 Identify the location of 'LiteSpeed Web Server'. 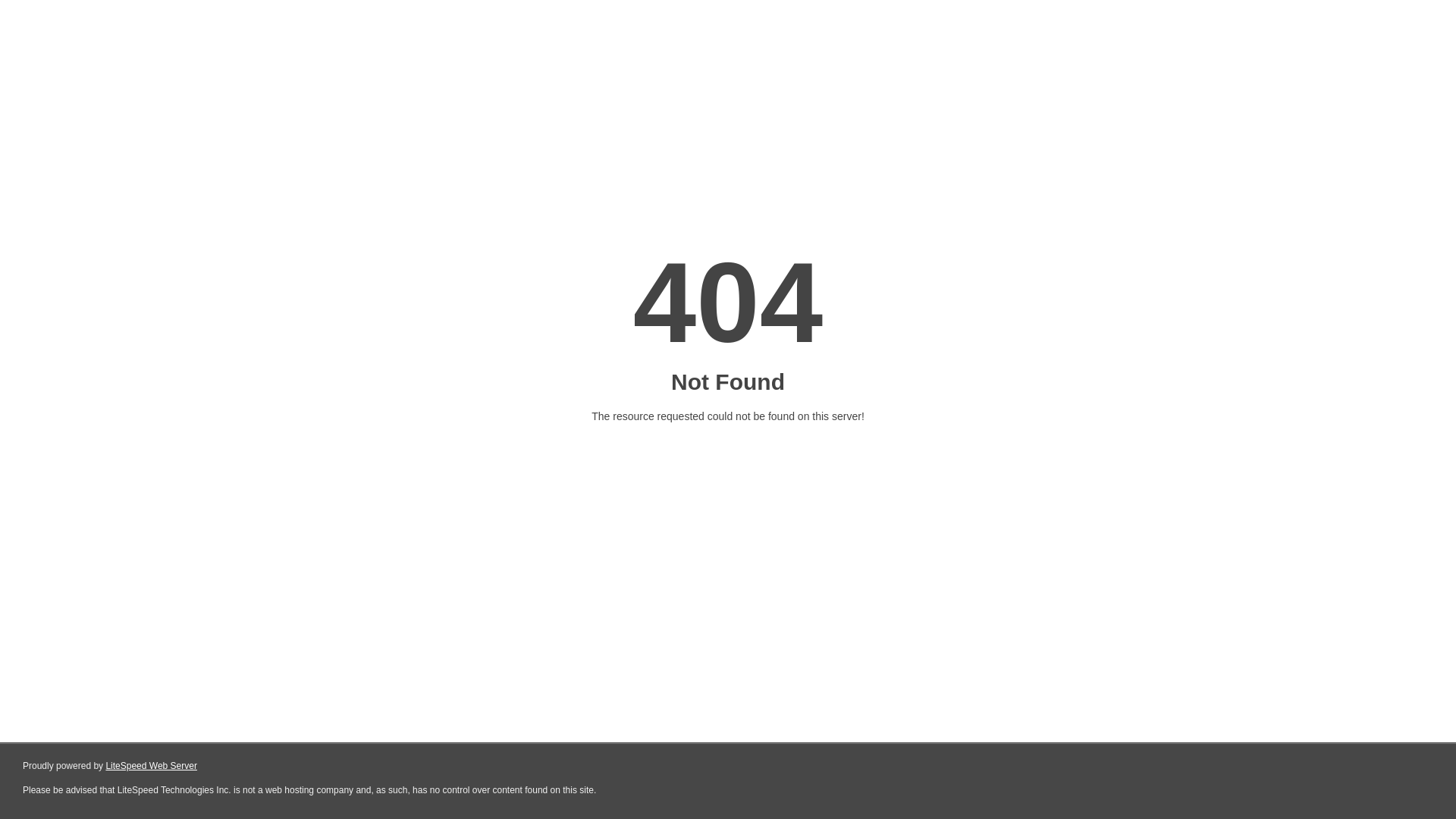
(151, 766).